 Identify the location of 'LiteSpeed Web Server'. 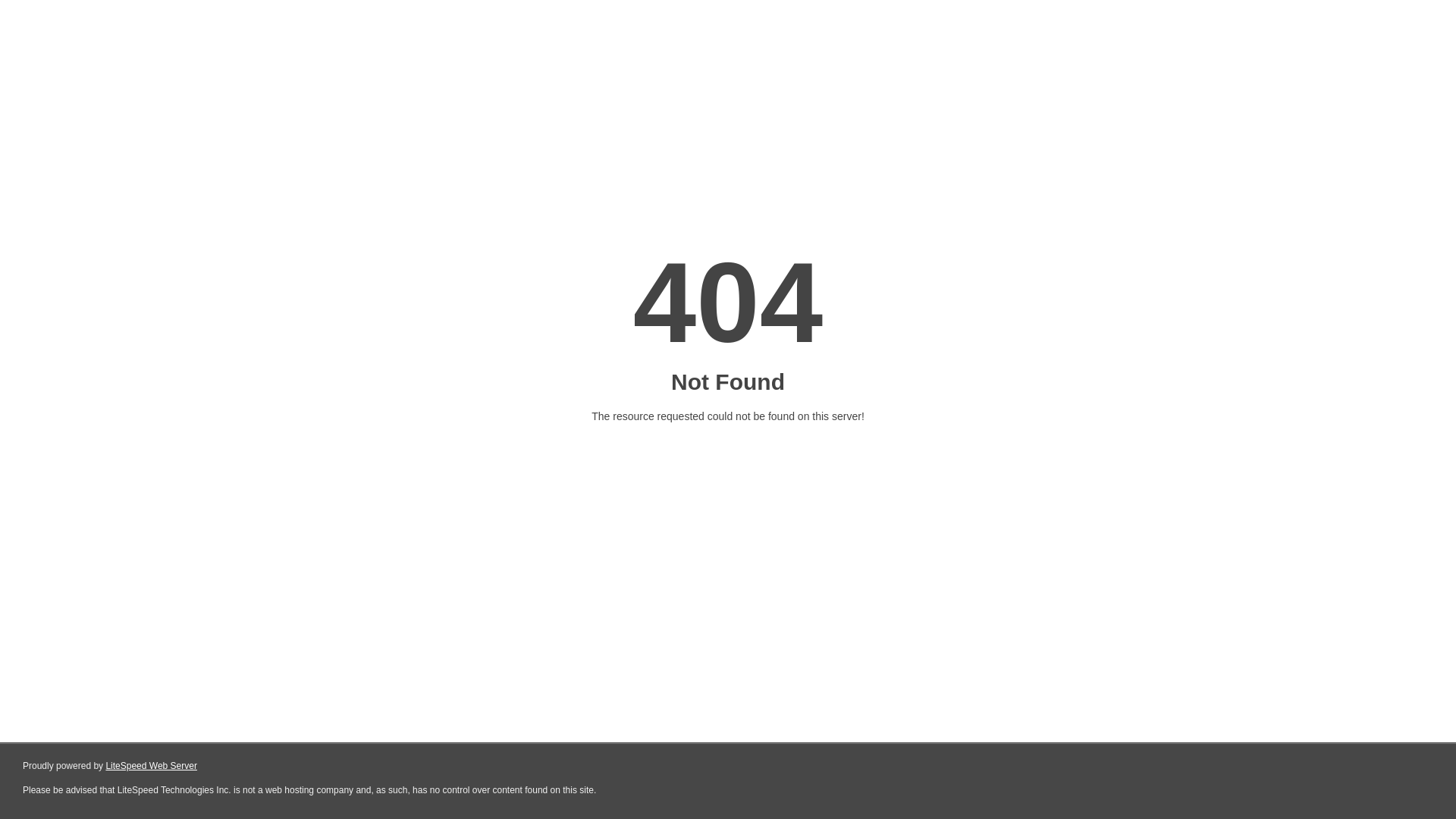
(151, 766).